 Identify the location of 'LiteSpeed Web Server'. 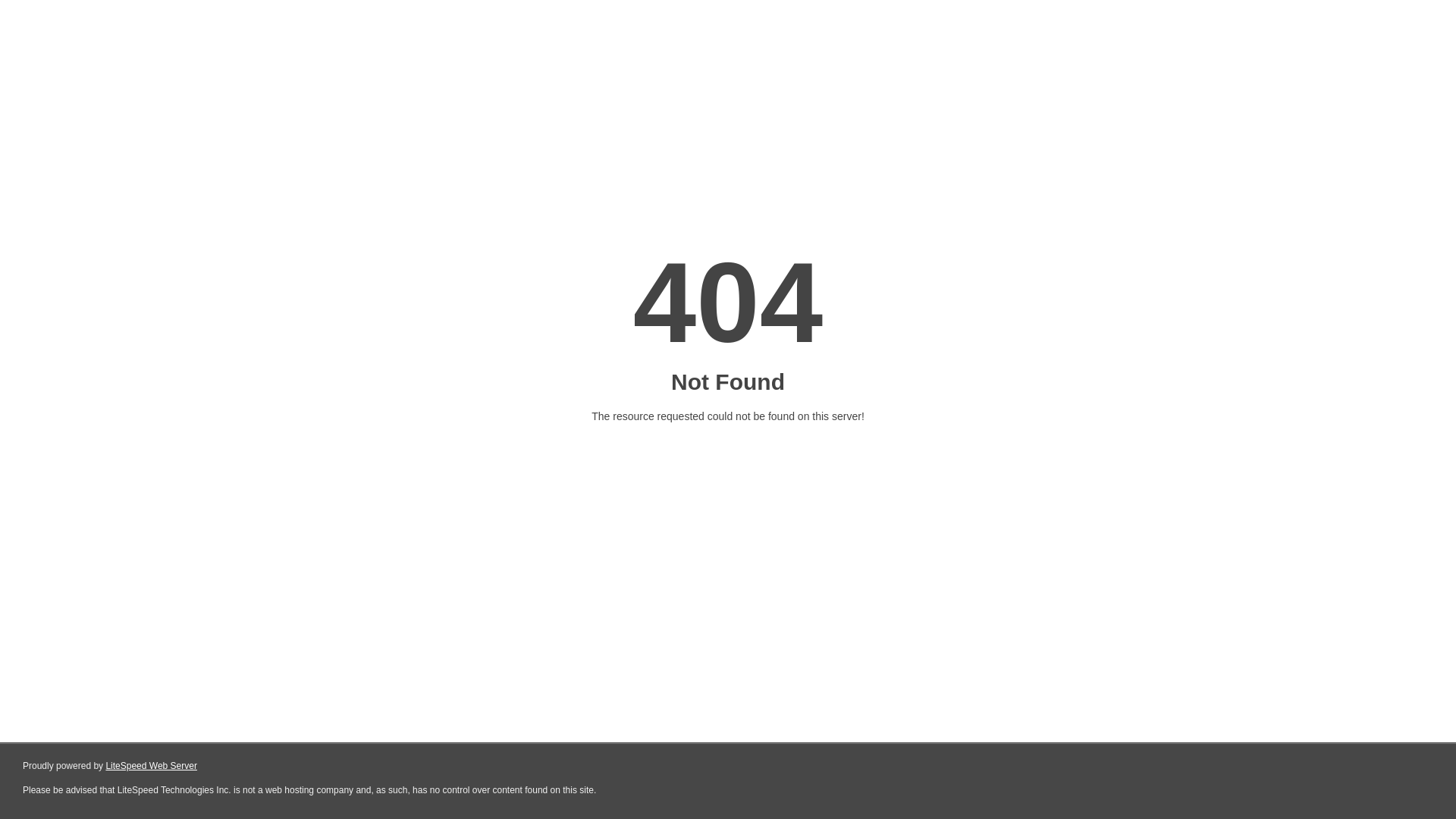
(151, 766).